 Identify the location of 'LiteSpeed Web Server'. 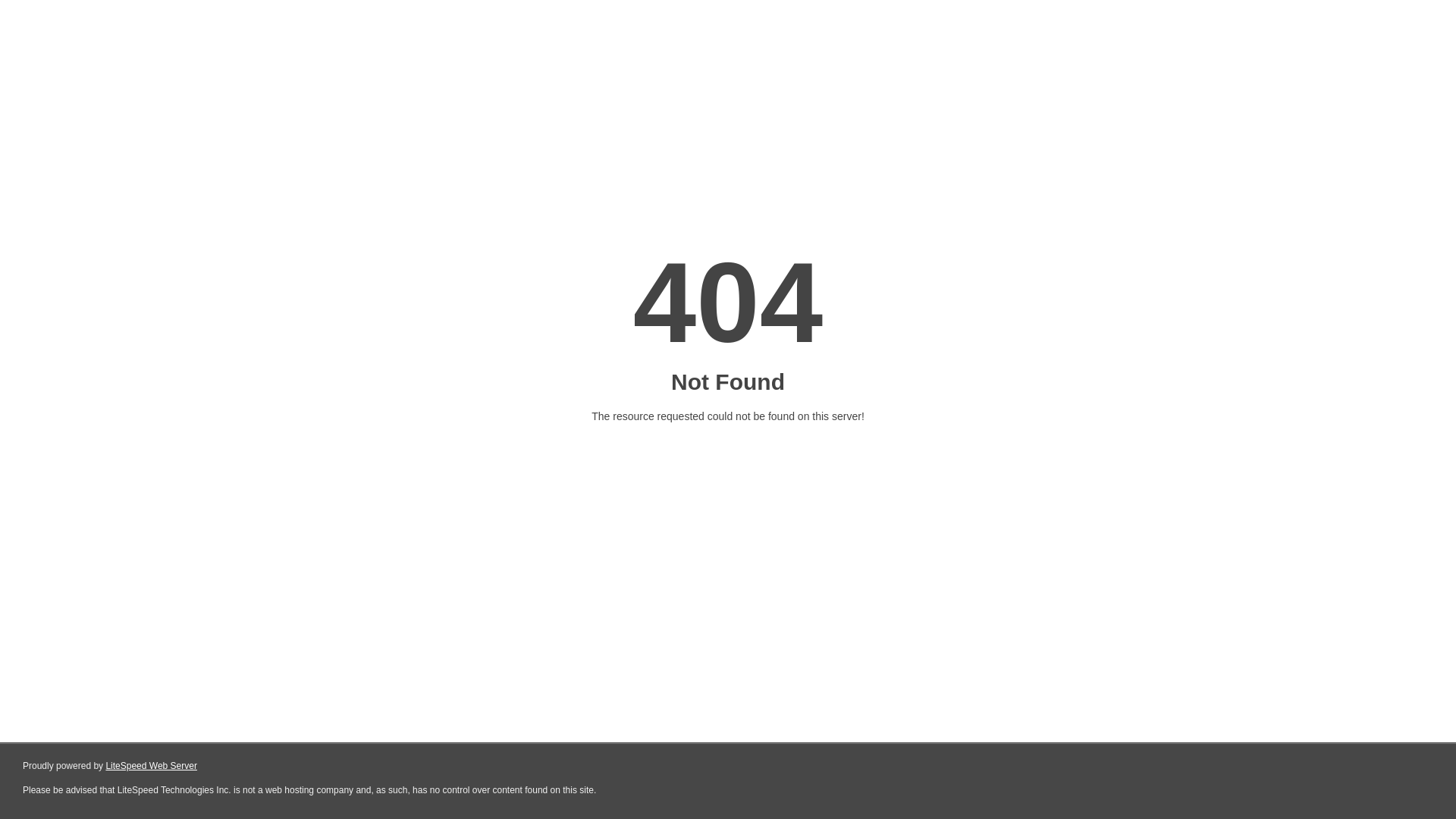
(151, 766).